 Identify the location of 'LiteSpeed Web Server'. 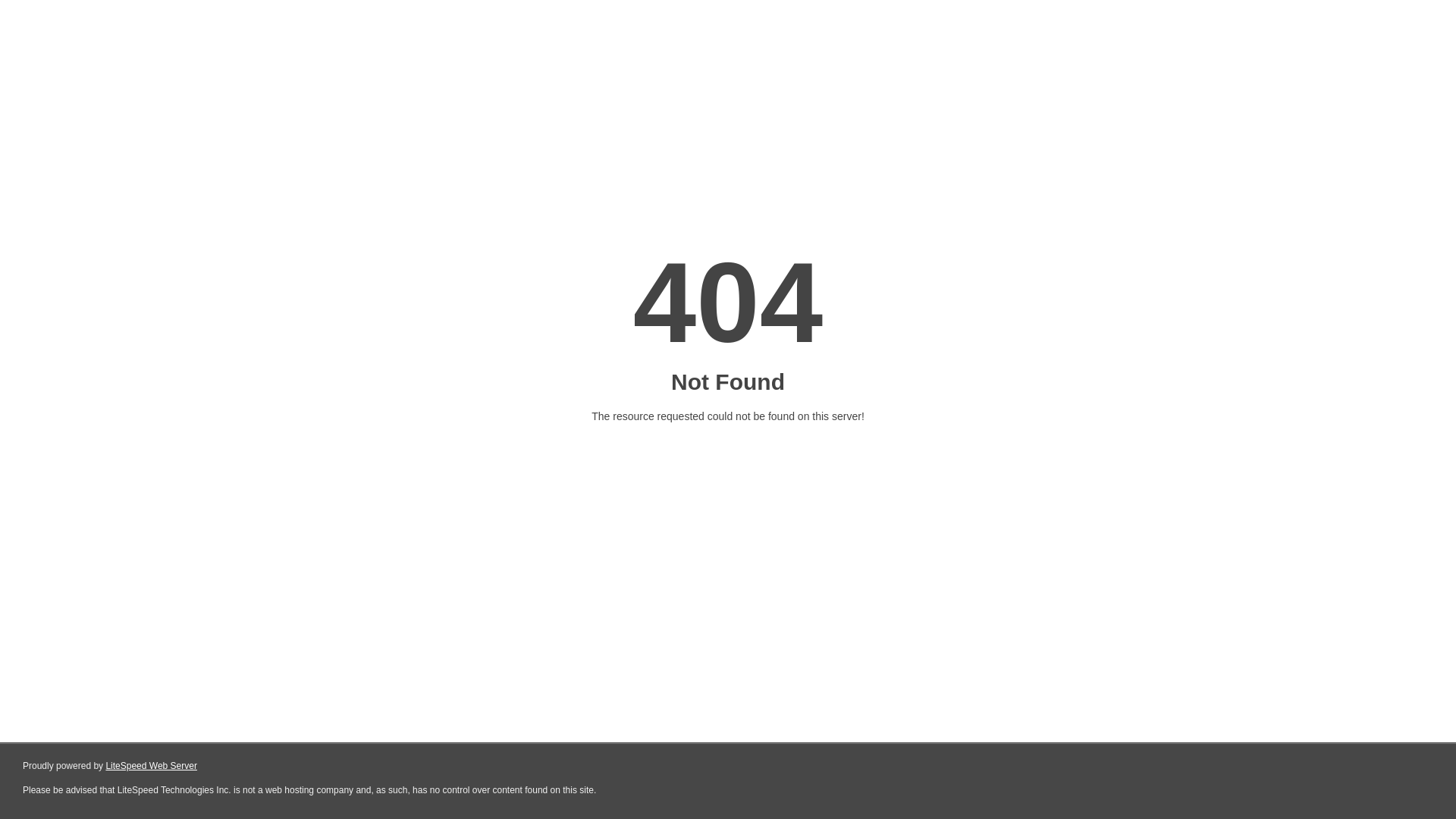
(151, 766).